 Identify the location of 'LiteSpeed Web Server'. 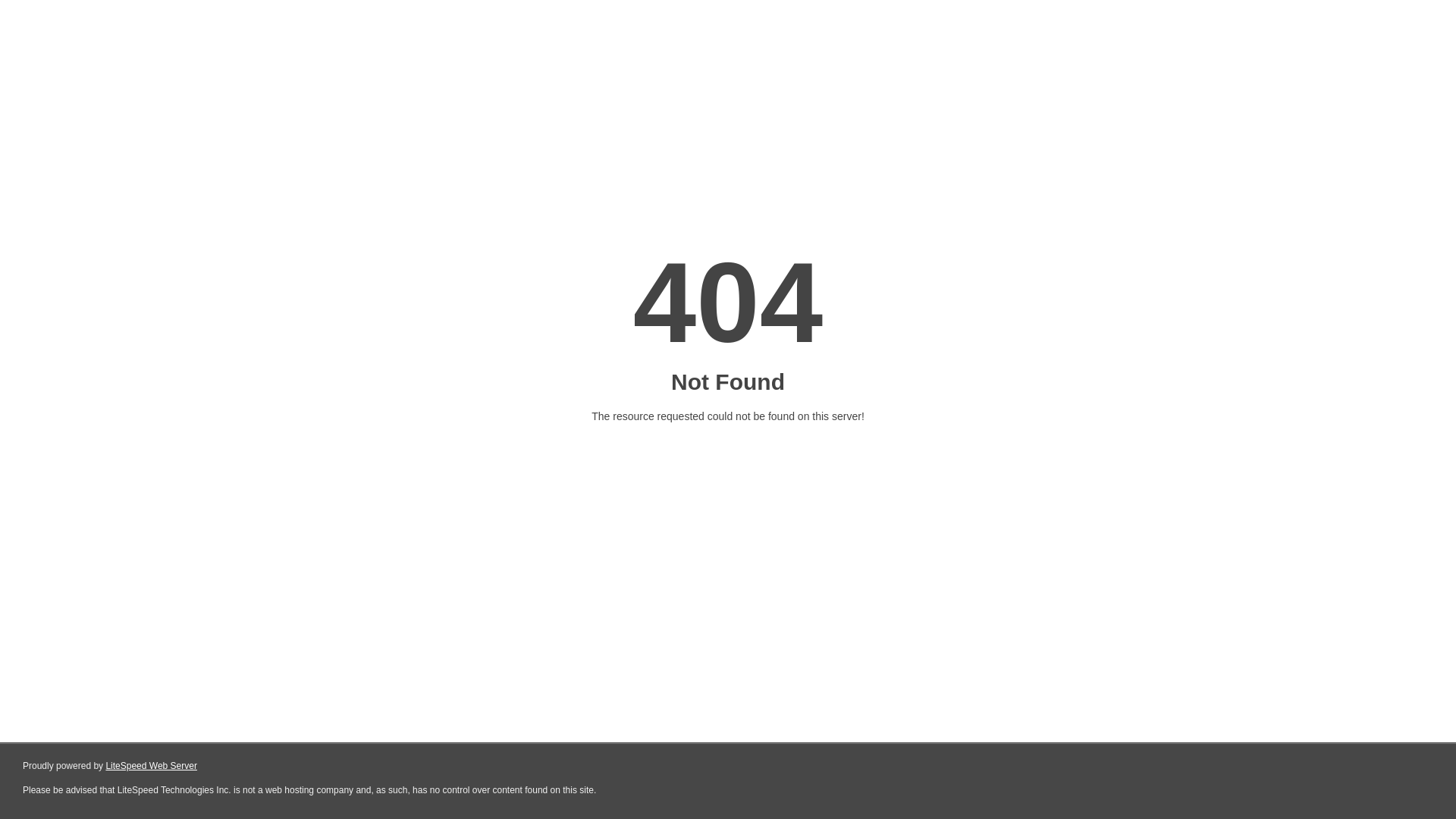
(151, 766).